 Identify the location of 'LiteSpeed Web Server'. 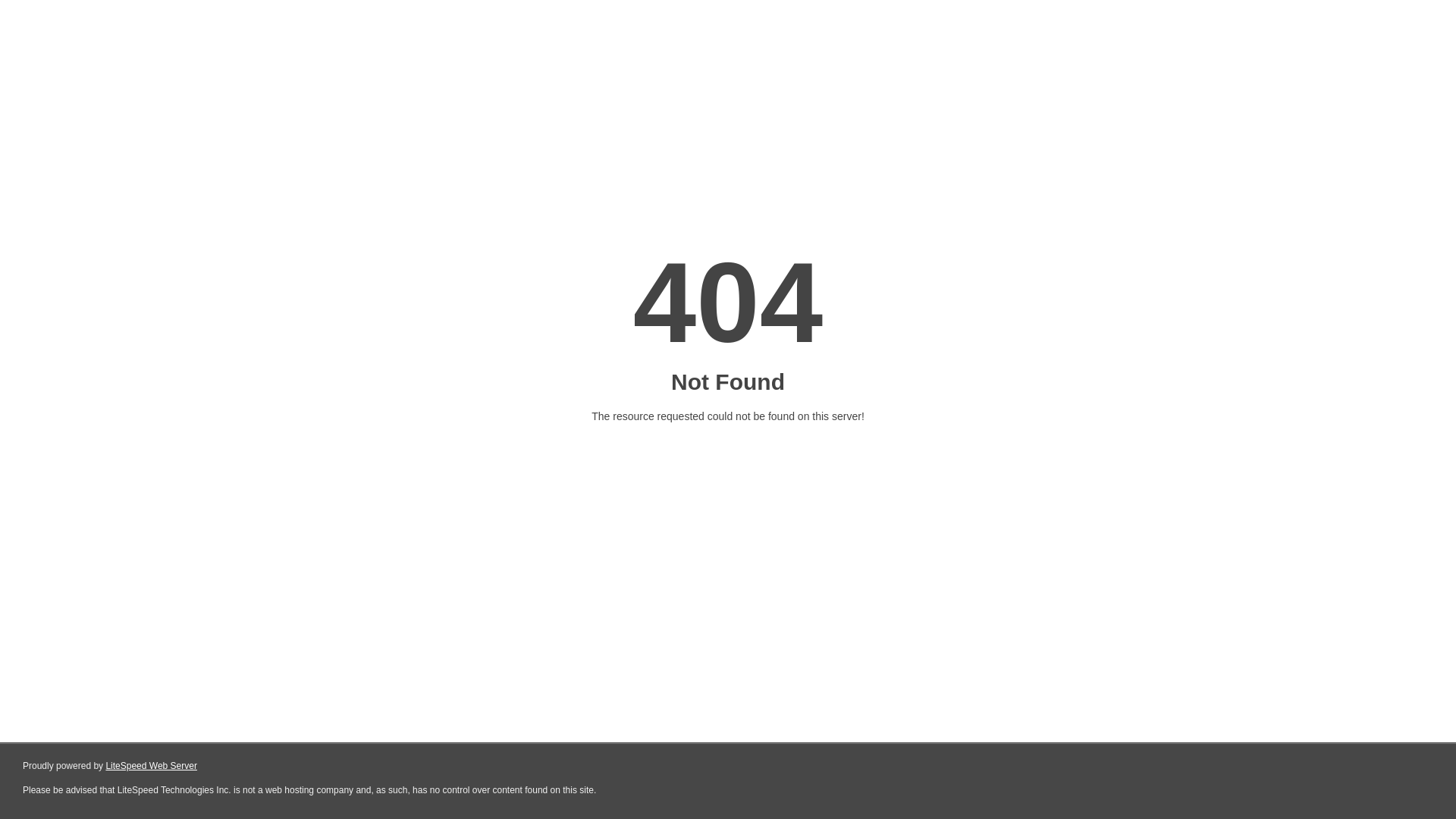
(151, 766).